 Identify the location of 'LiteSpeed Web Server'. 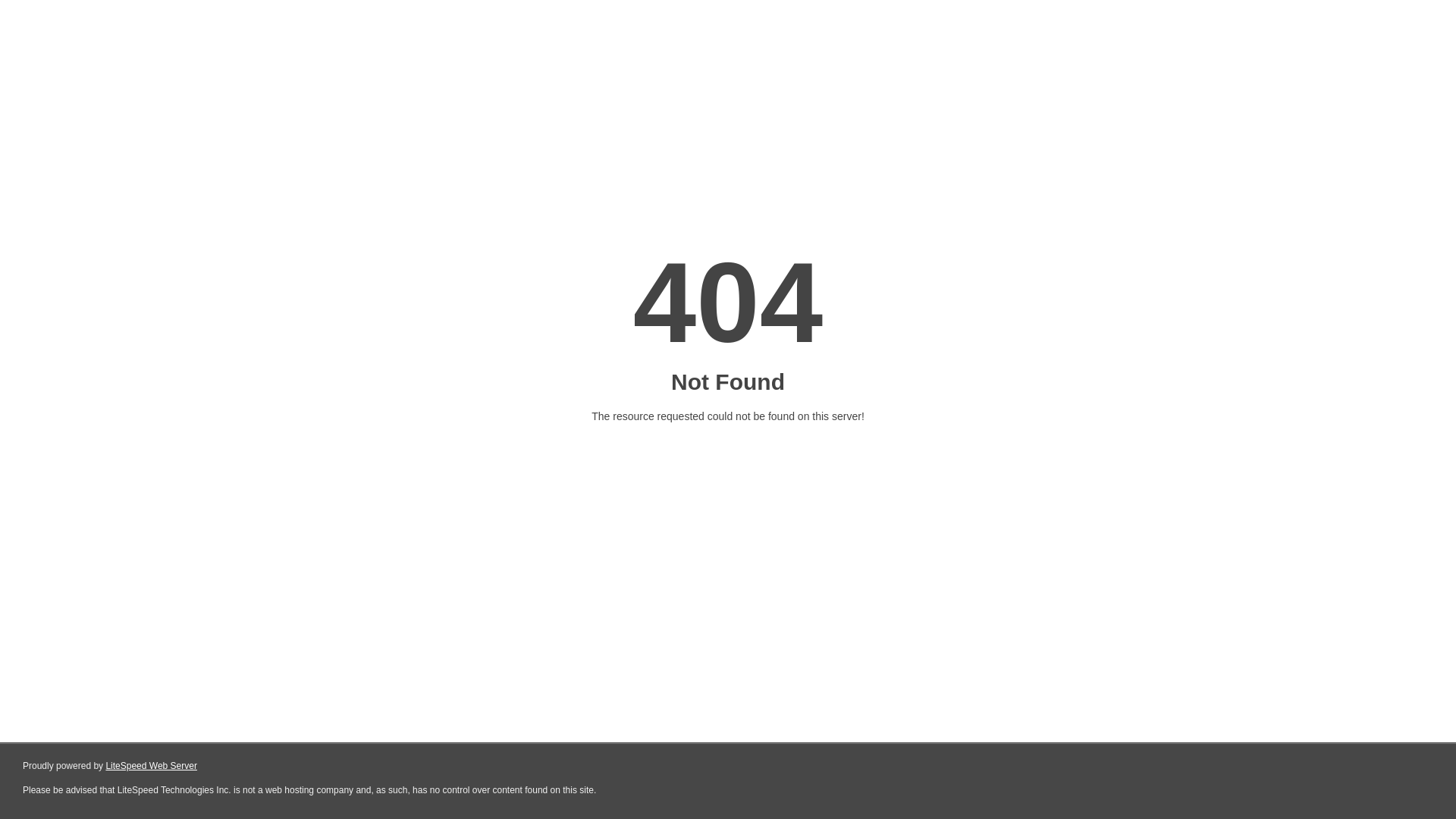
(151, 766).